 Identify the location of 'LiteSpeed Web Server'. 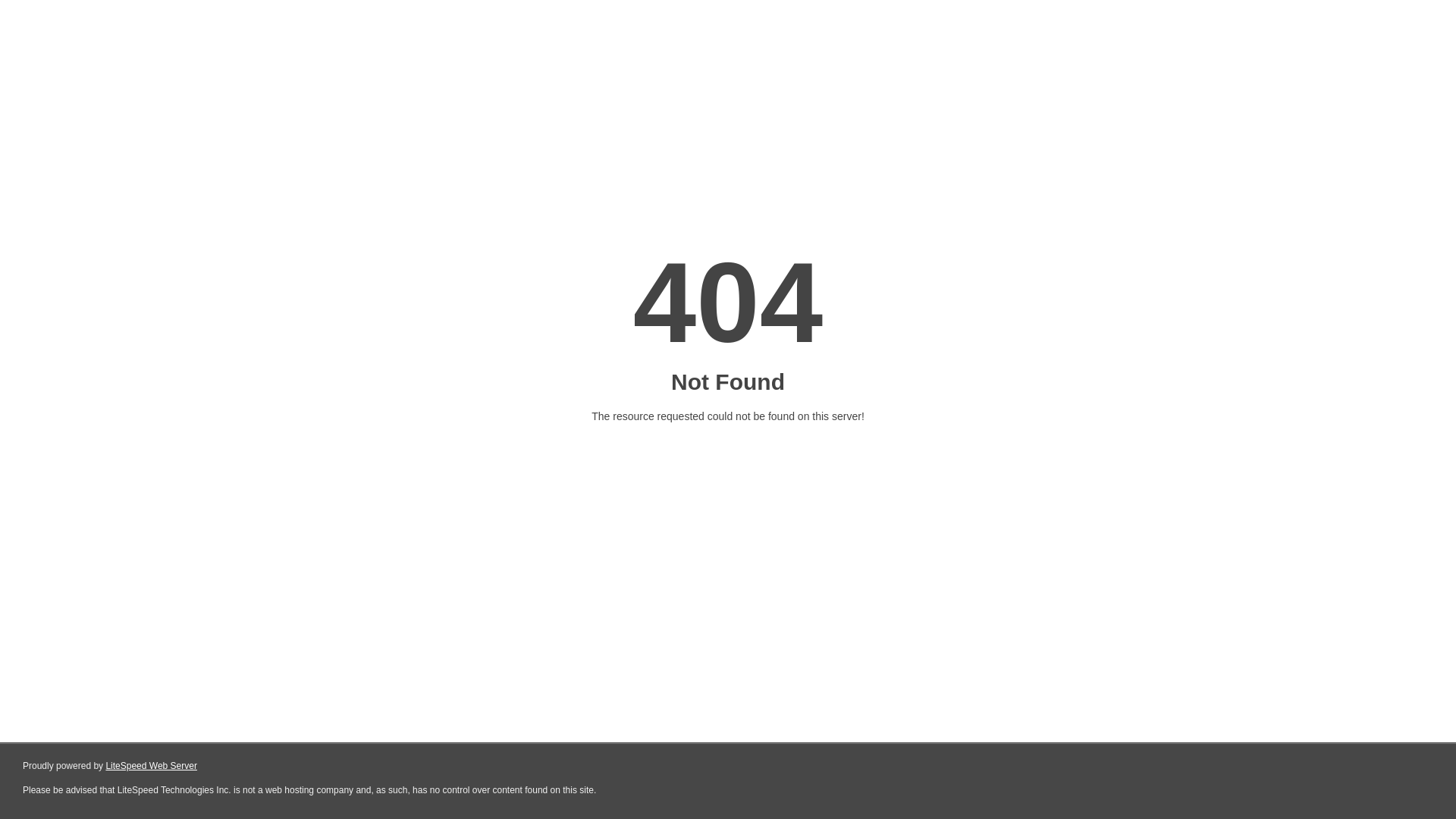
(151, 766).